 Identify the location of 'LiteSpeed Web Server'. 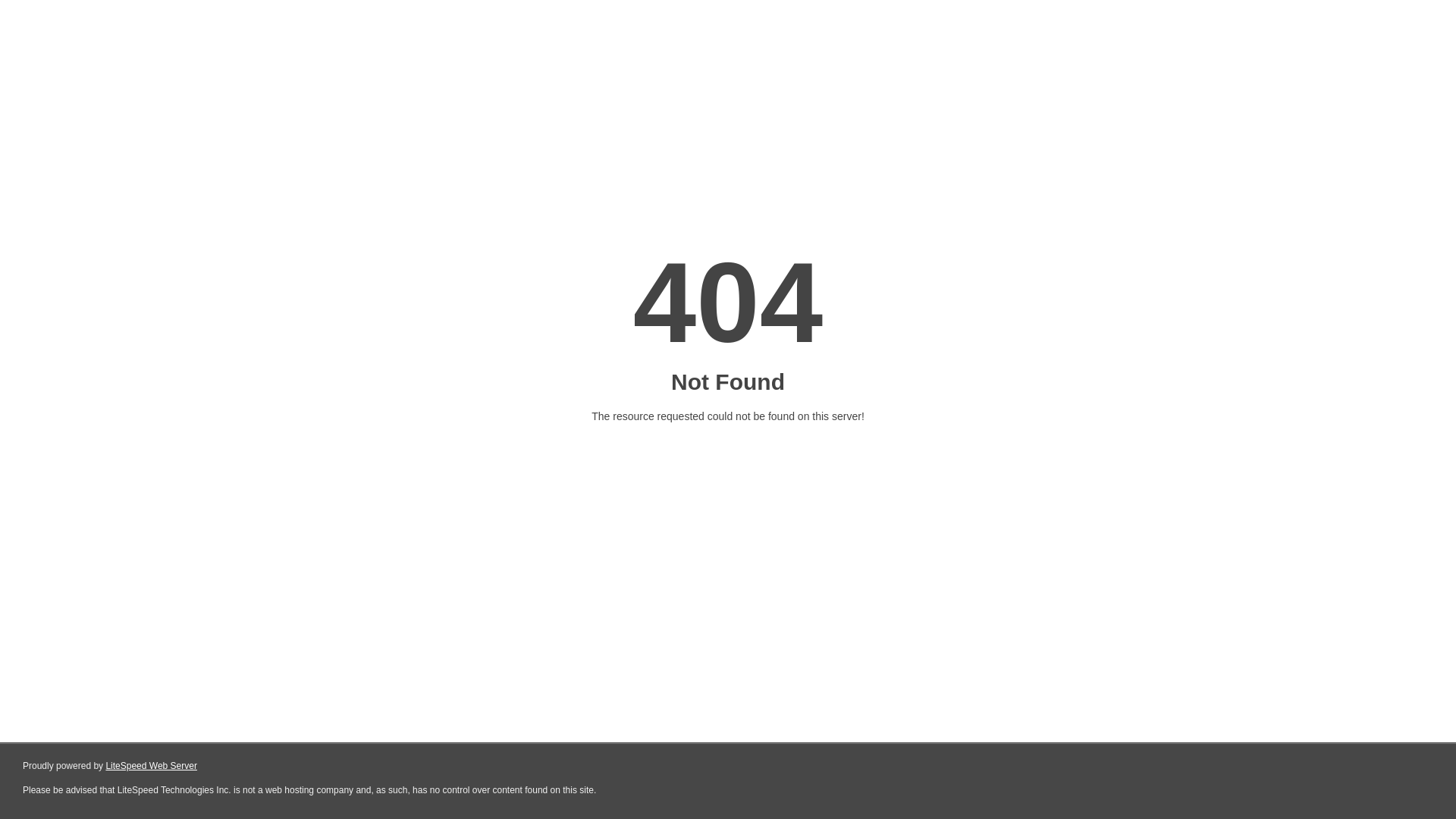
(151, 766).